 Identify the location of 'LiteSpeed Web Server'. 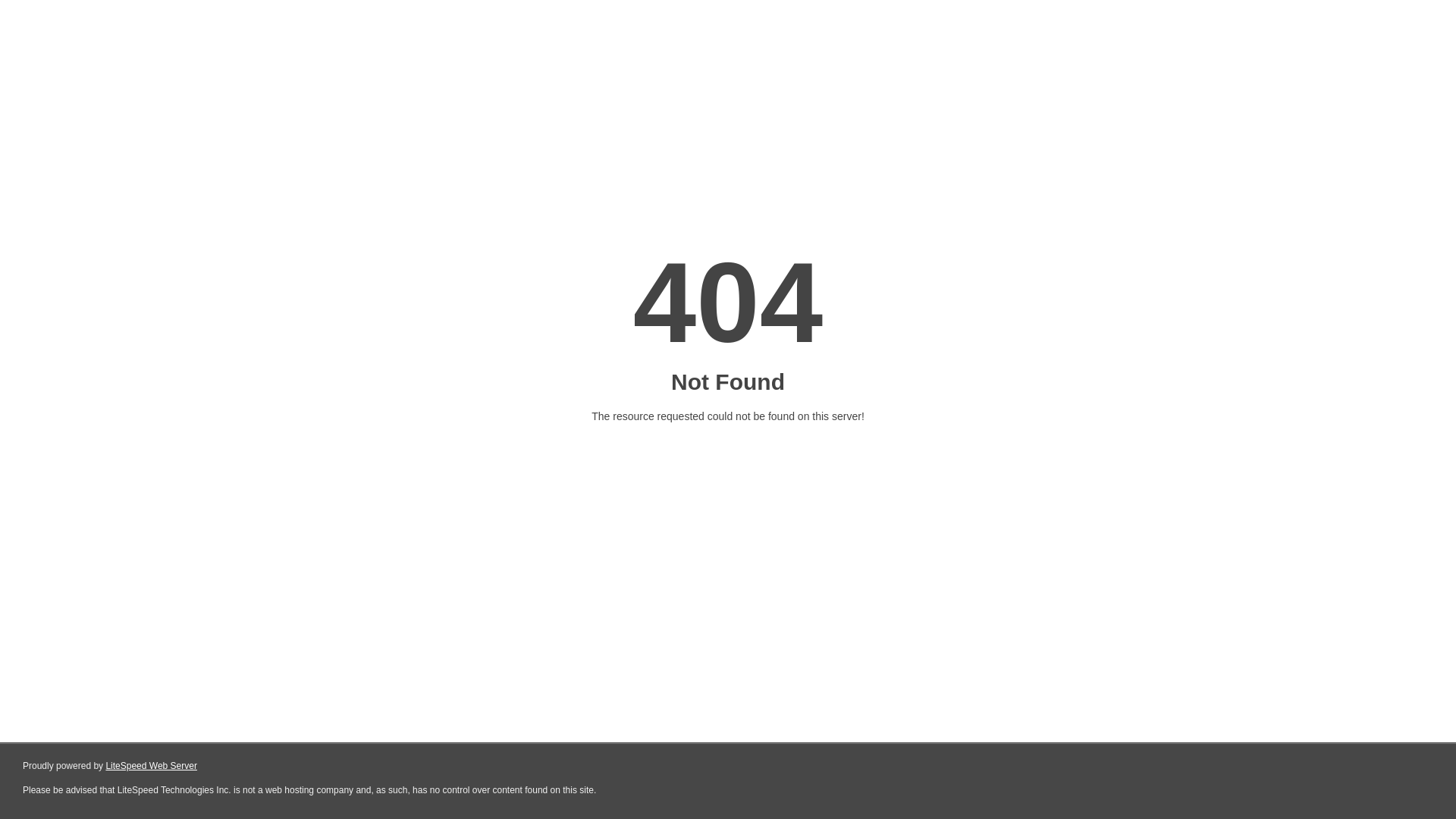
(151, 766).